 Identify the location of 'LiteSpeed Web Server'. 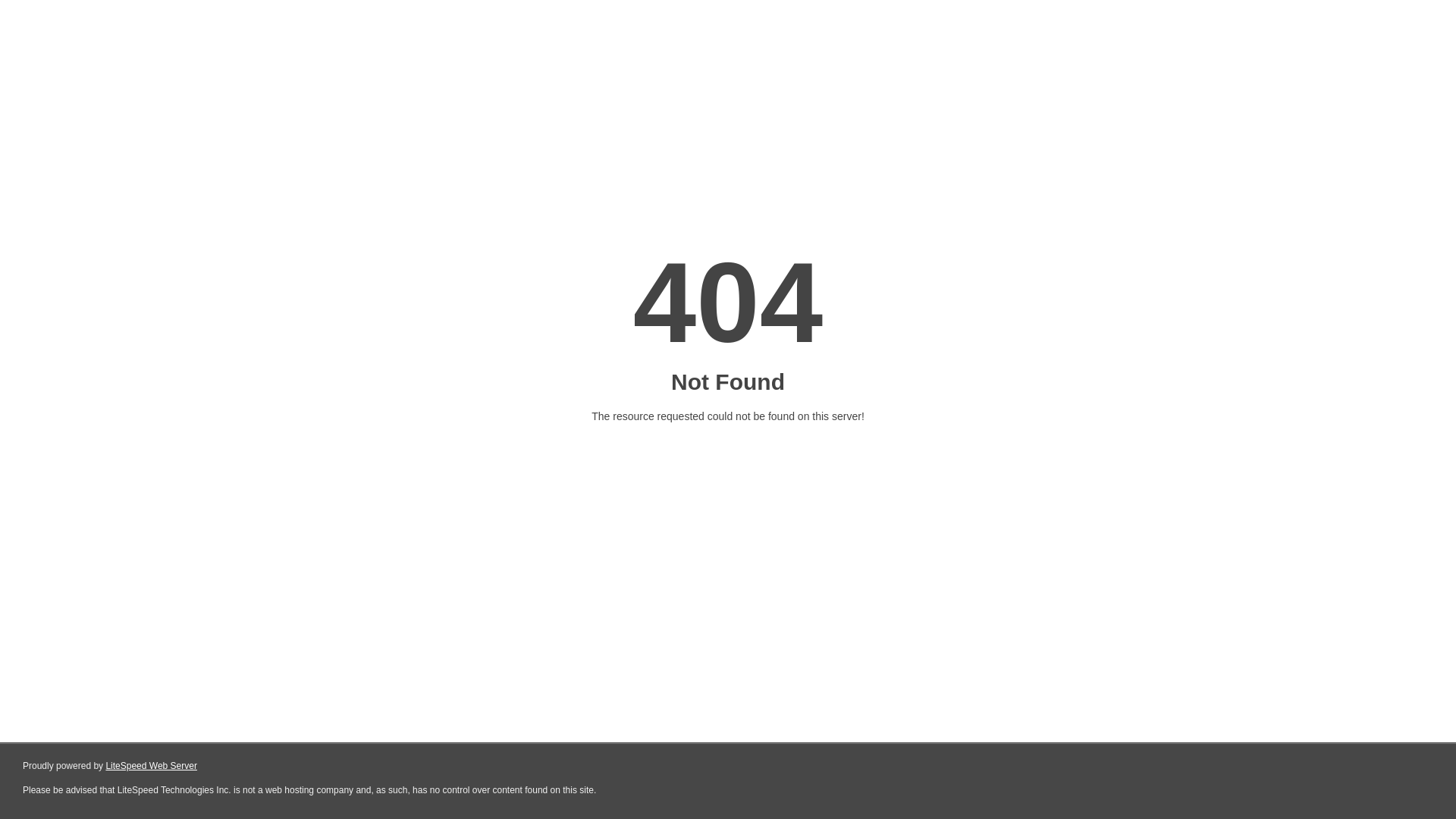
(151, 766).